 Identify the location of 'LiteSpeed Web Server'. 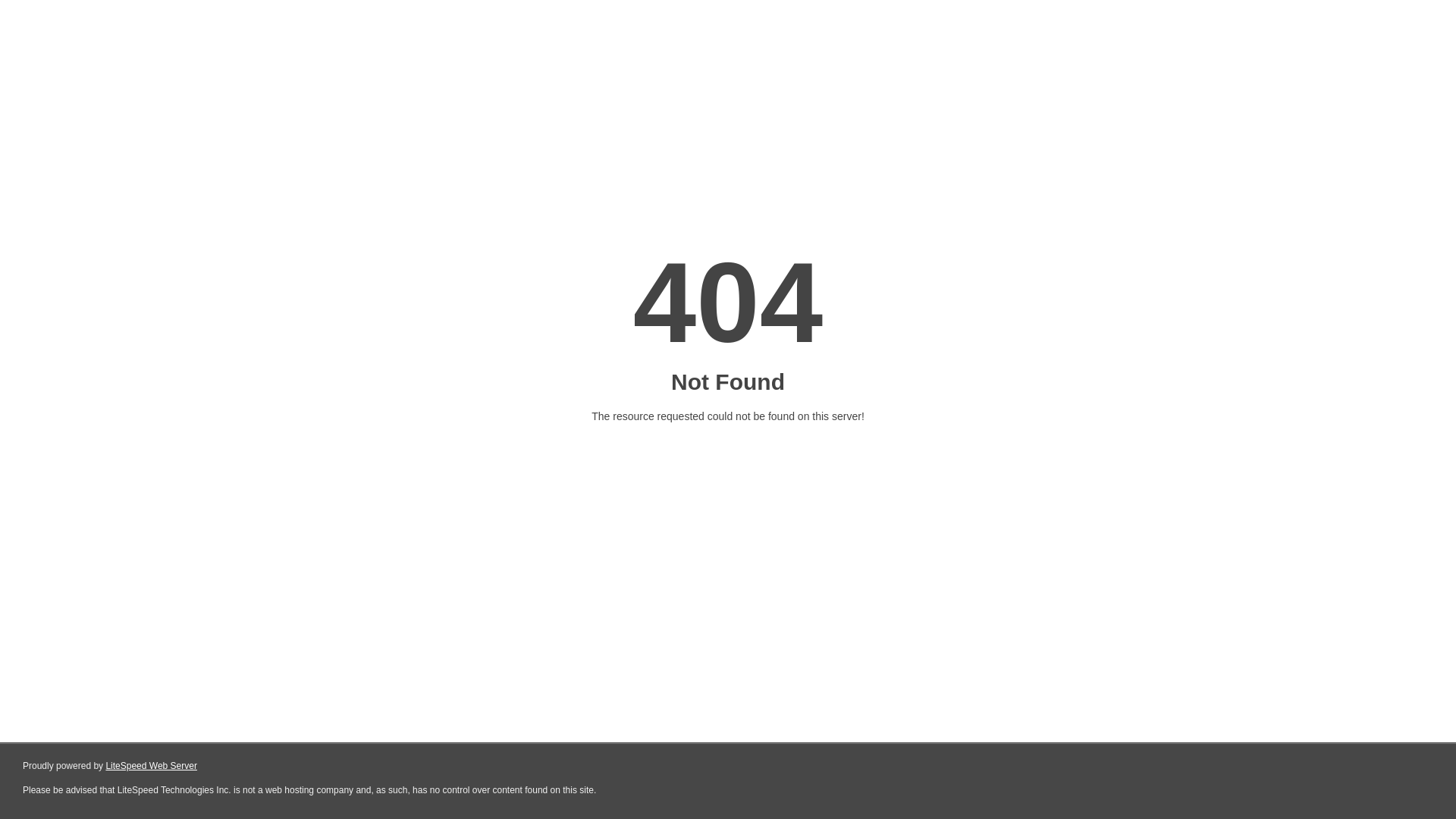
(151, 766).